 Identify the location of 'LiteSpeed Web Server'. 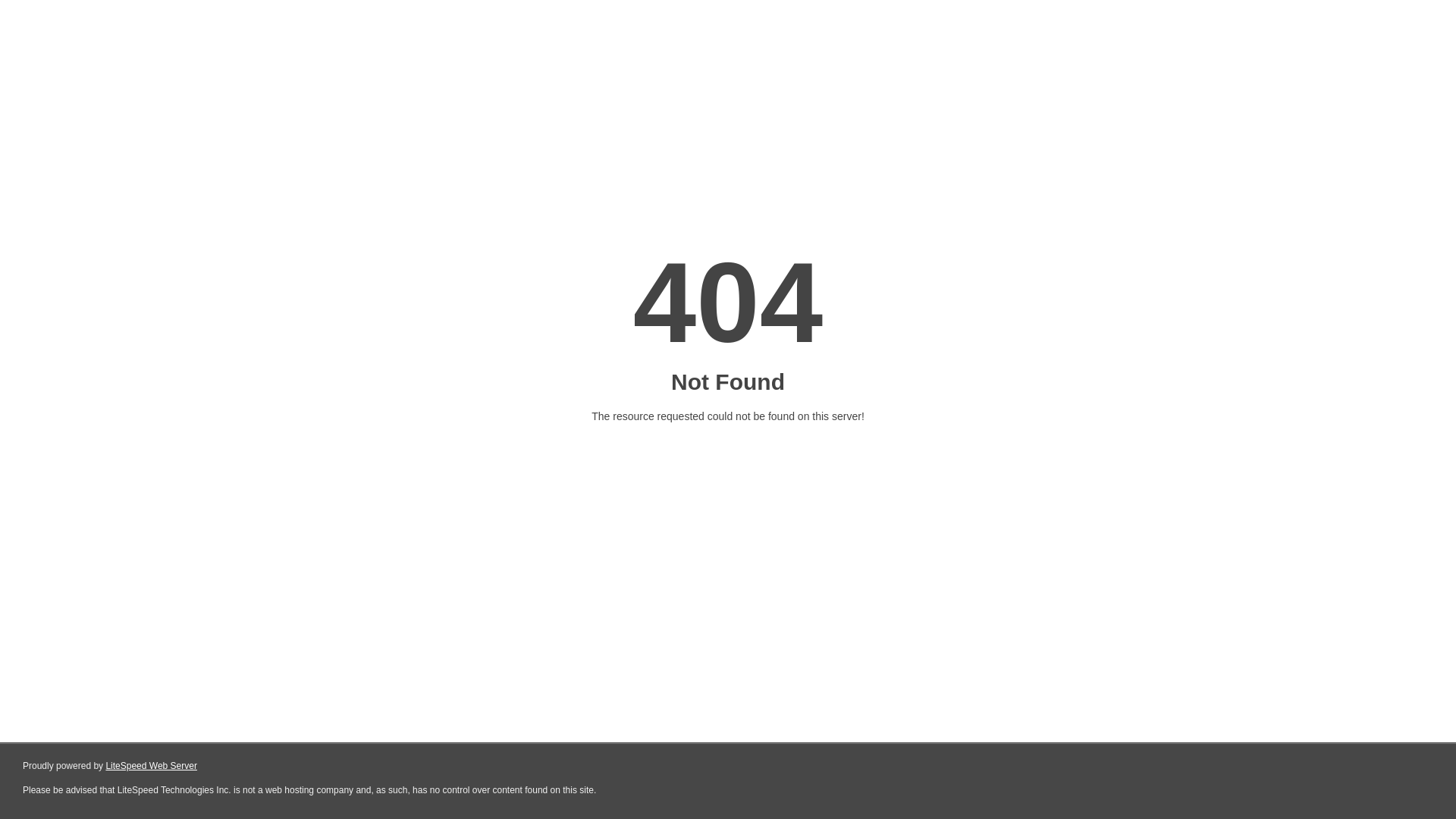
(151, 766).